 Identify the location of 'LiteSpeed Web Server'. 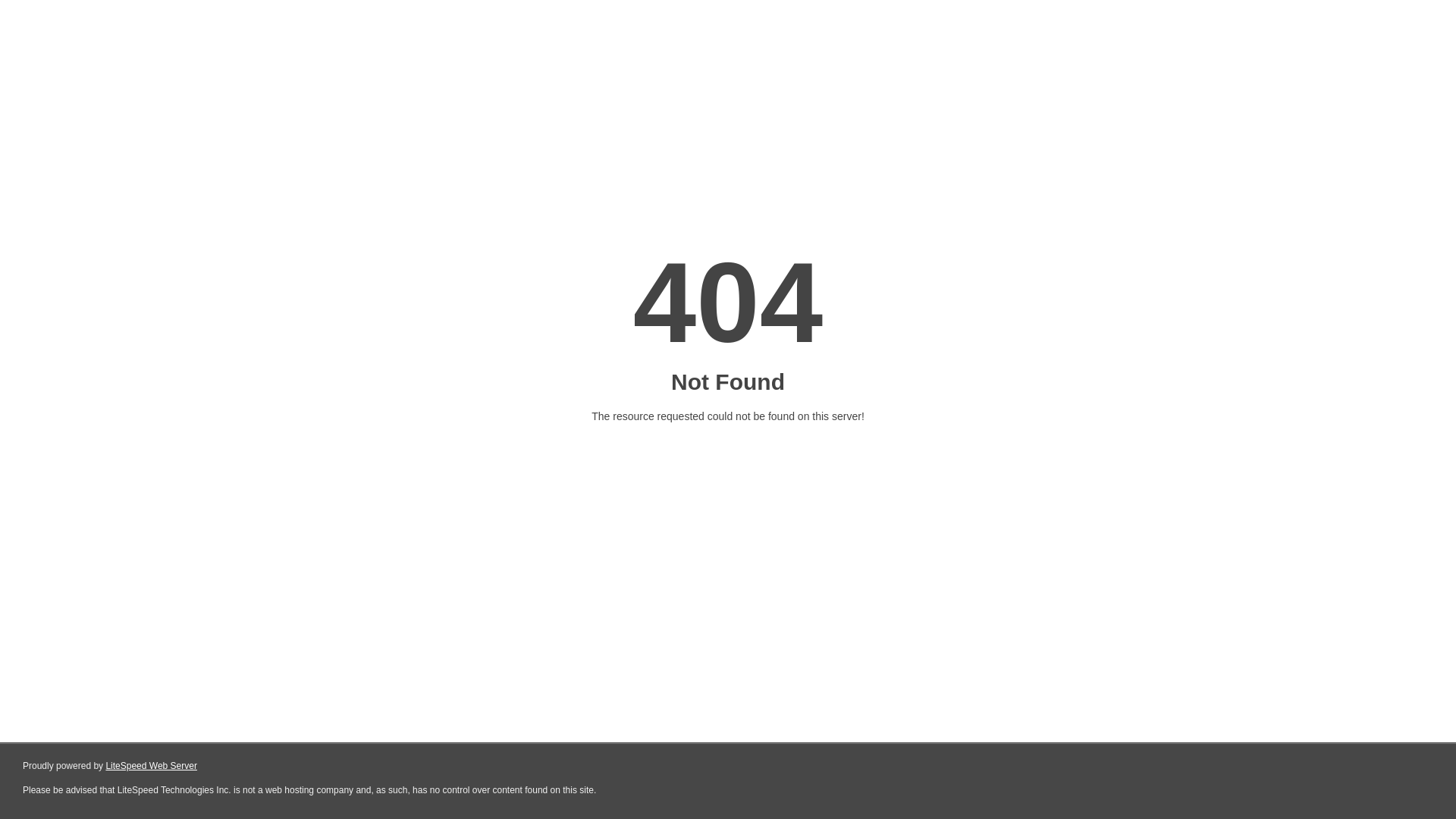
(151, 766).